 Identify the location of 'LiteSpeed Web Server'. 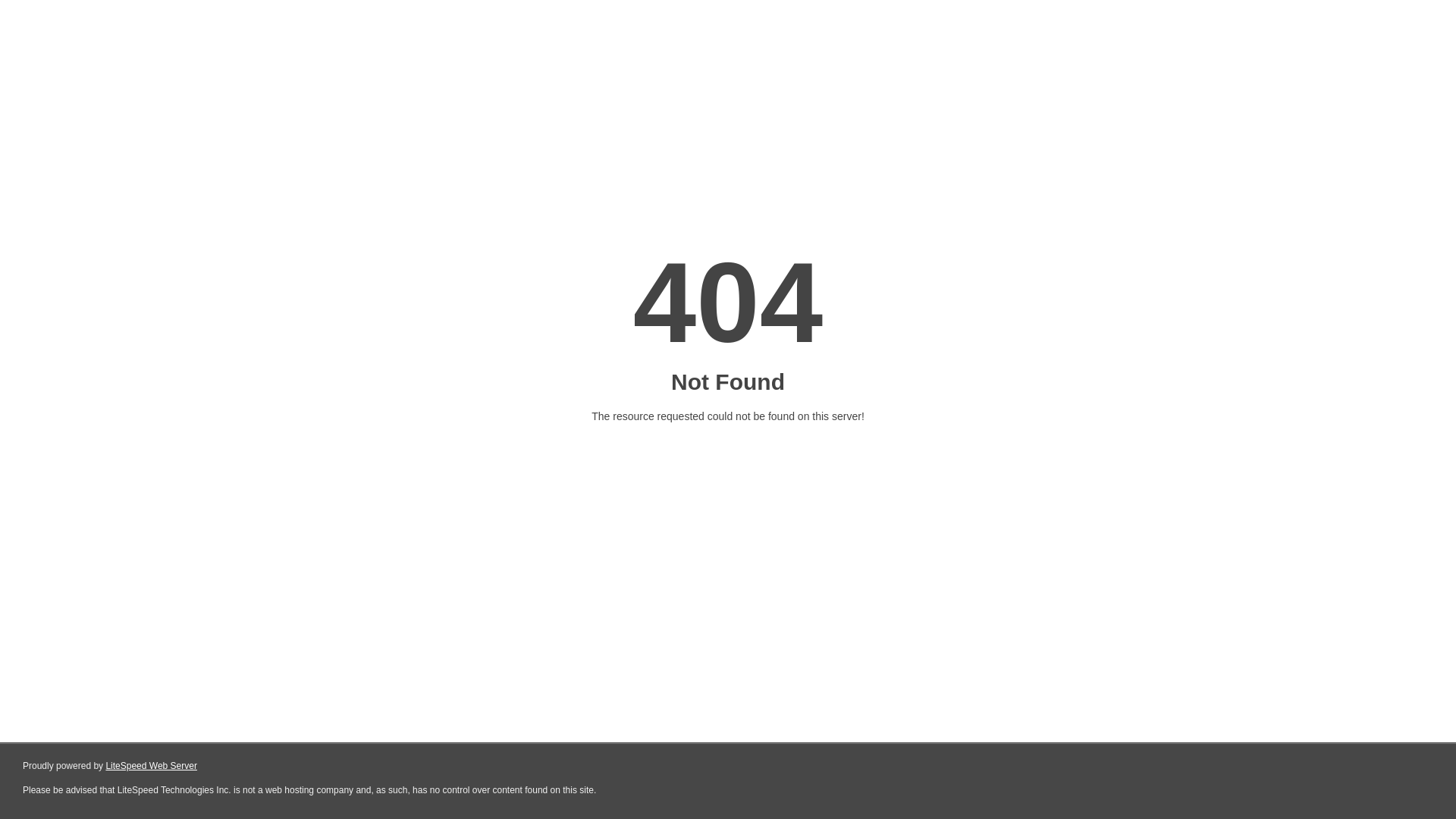
(151, 766).